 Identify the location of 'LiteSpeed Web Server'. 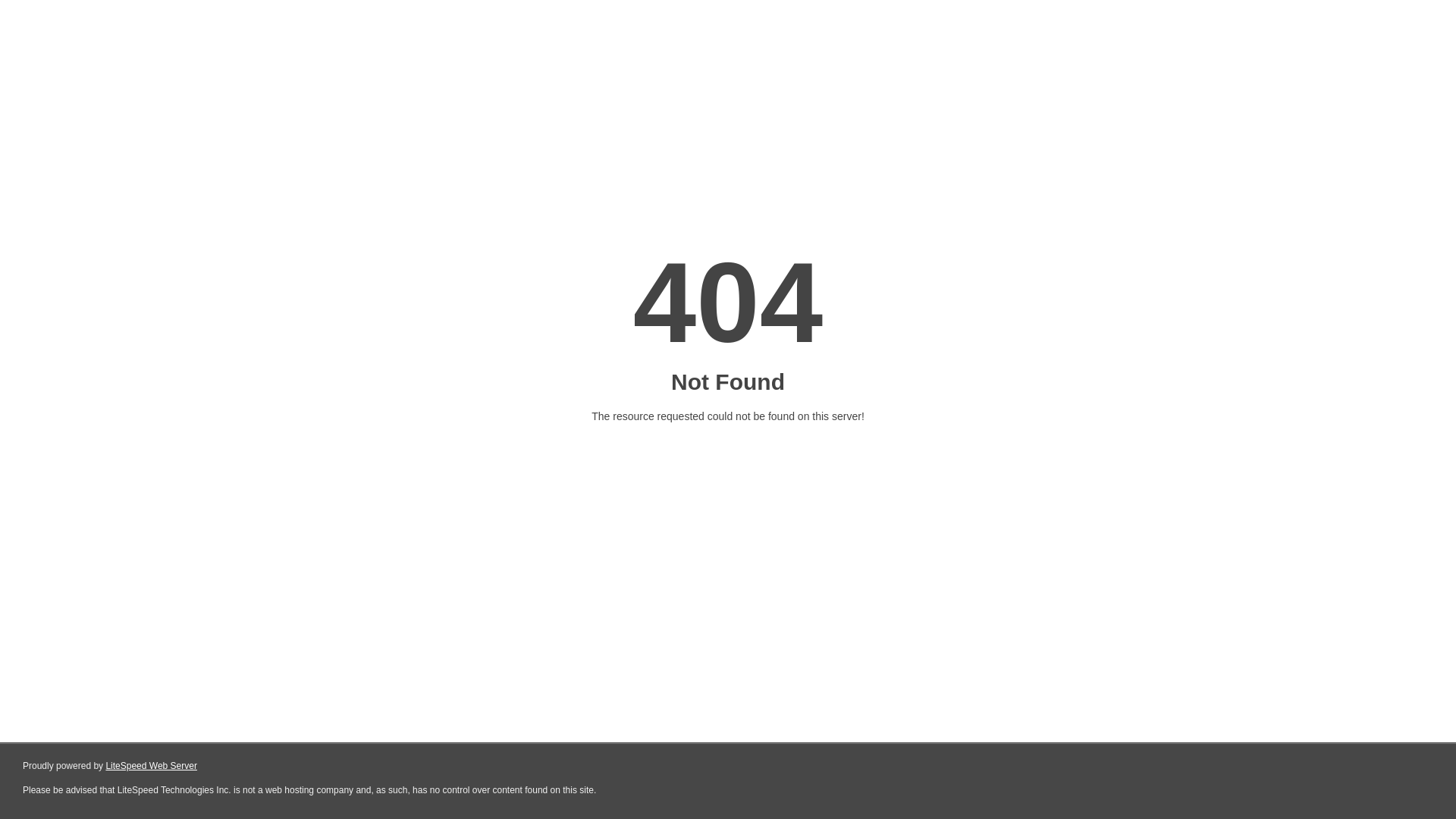
(151, 766).